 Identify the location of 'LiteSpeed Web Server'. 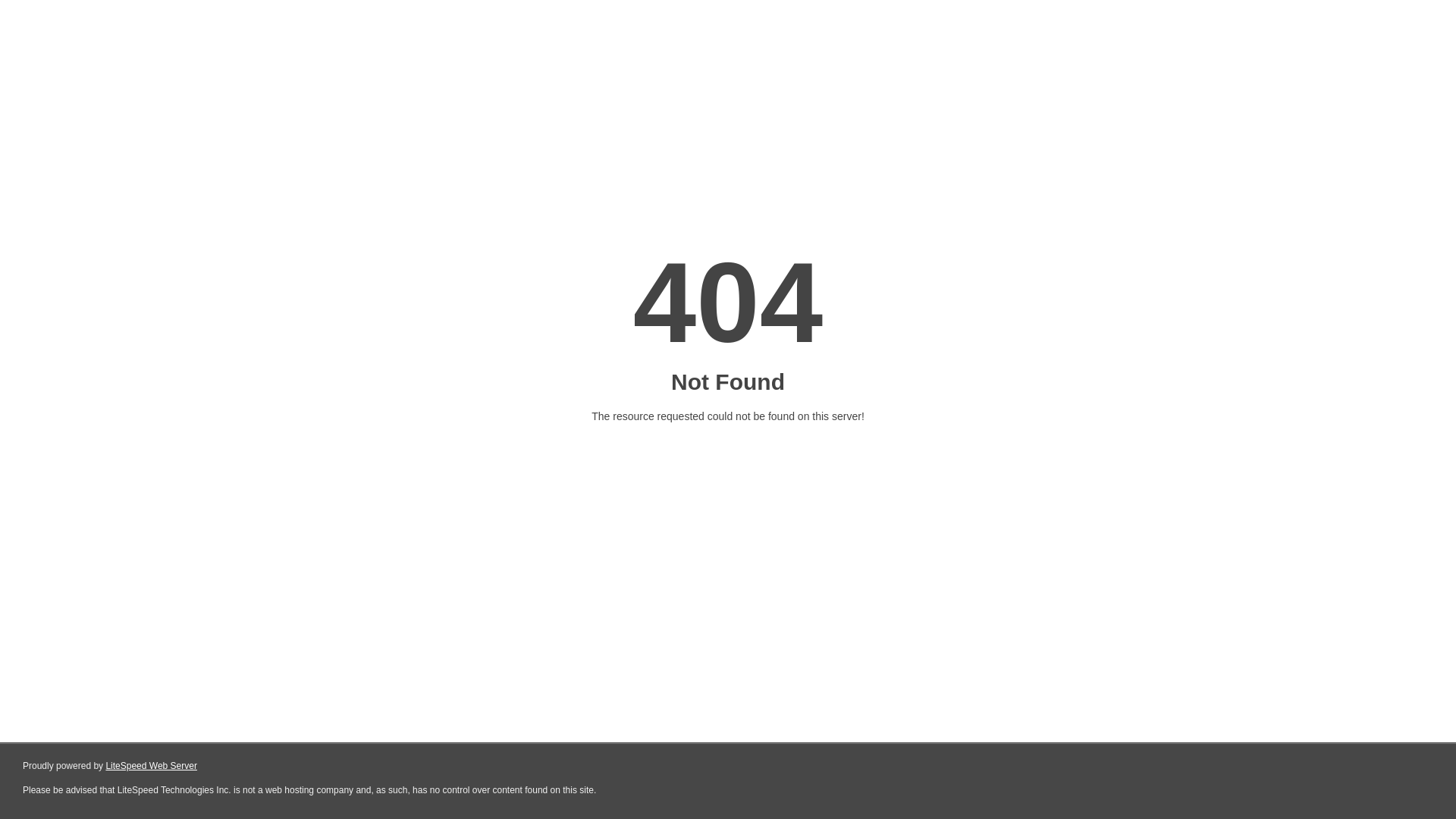
(151, 766).